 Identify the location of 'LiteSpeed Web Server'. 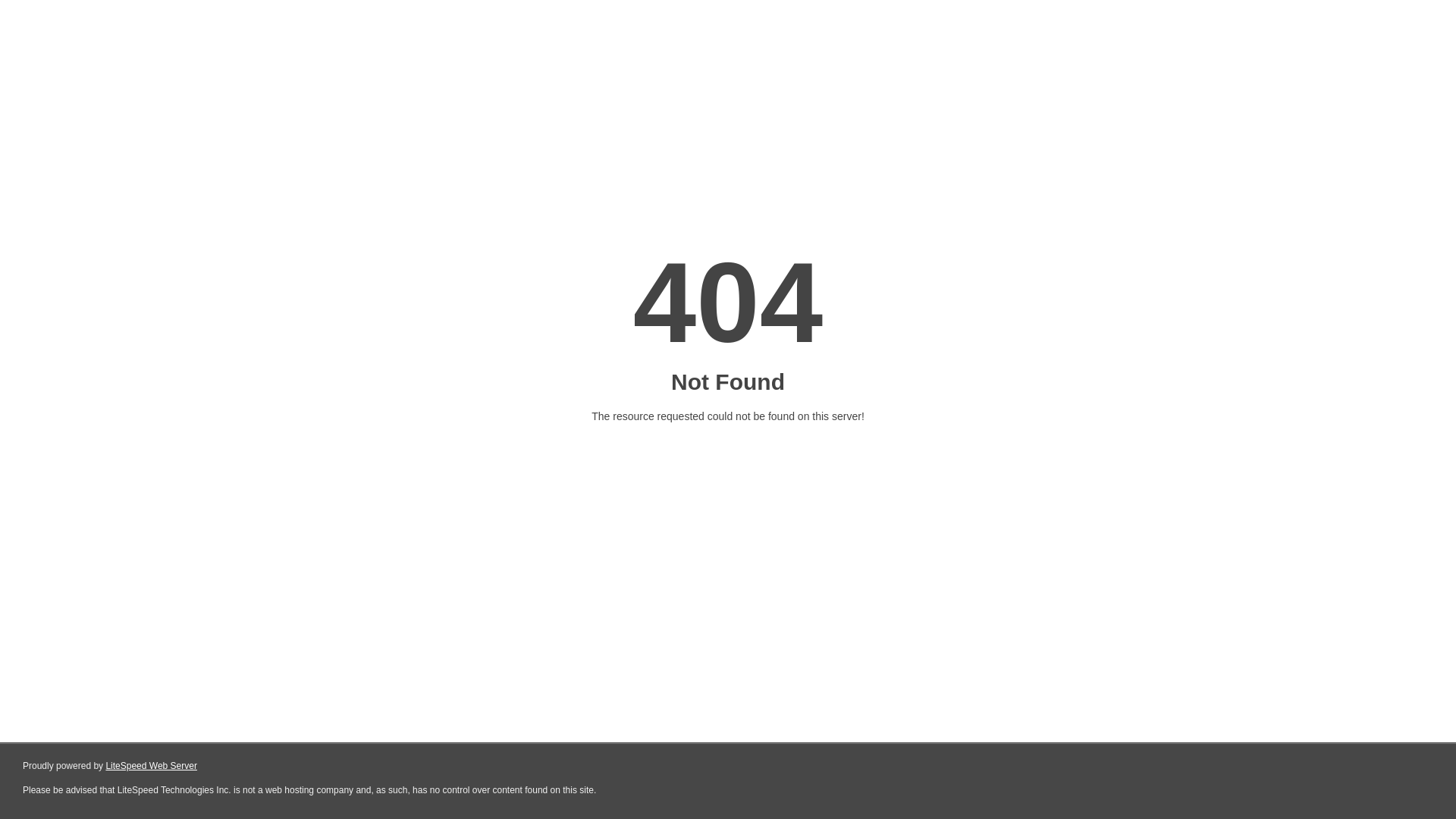
(151, 766).